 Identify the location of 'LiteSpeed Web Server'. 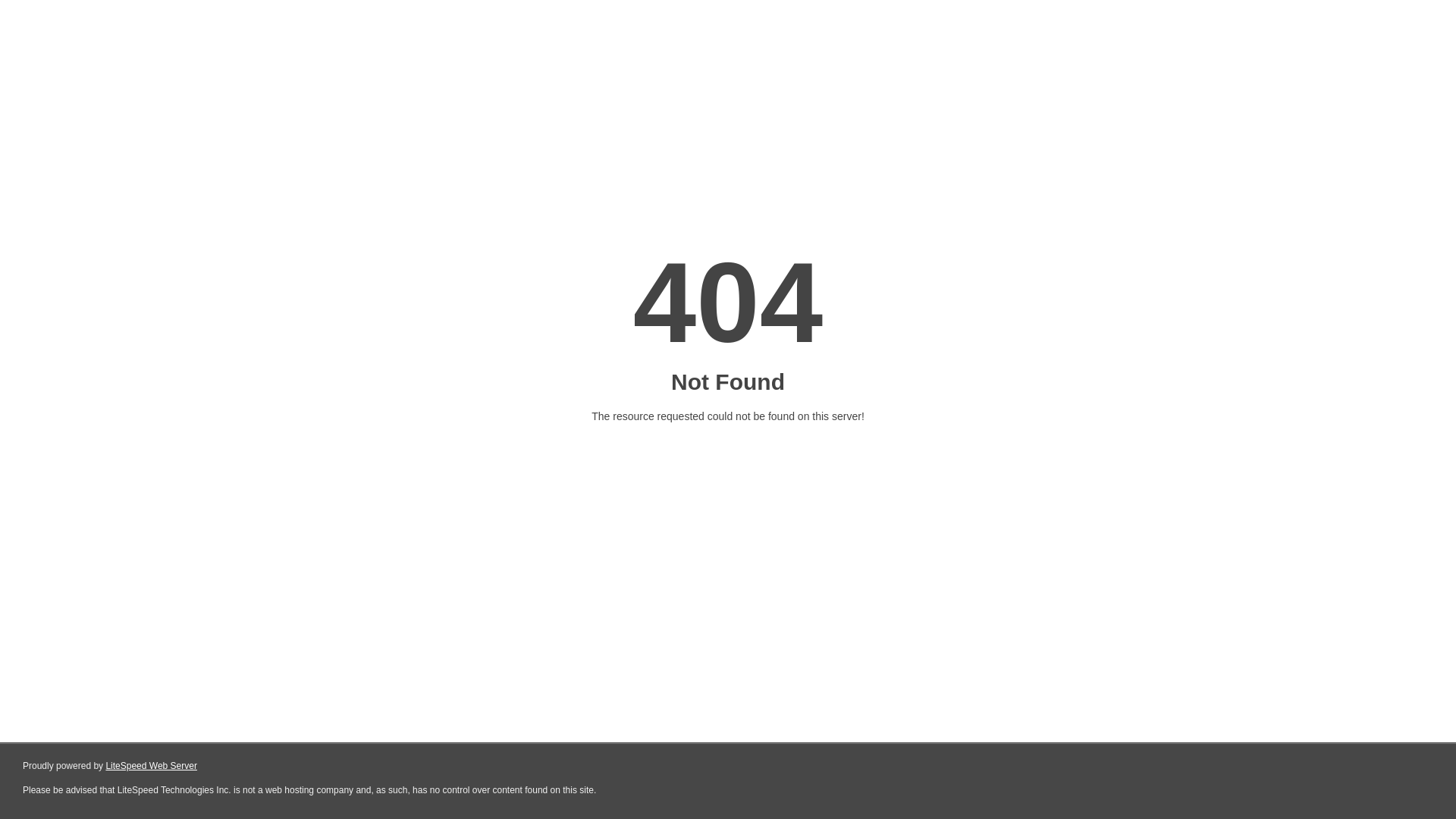
(151, 766).